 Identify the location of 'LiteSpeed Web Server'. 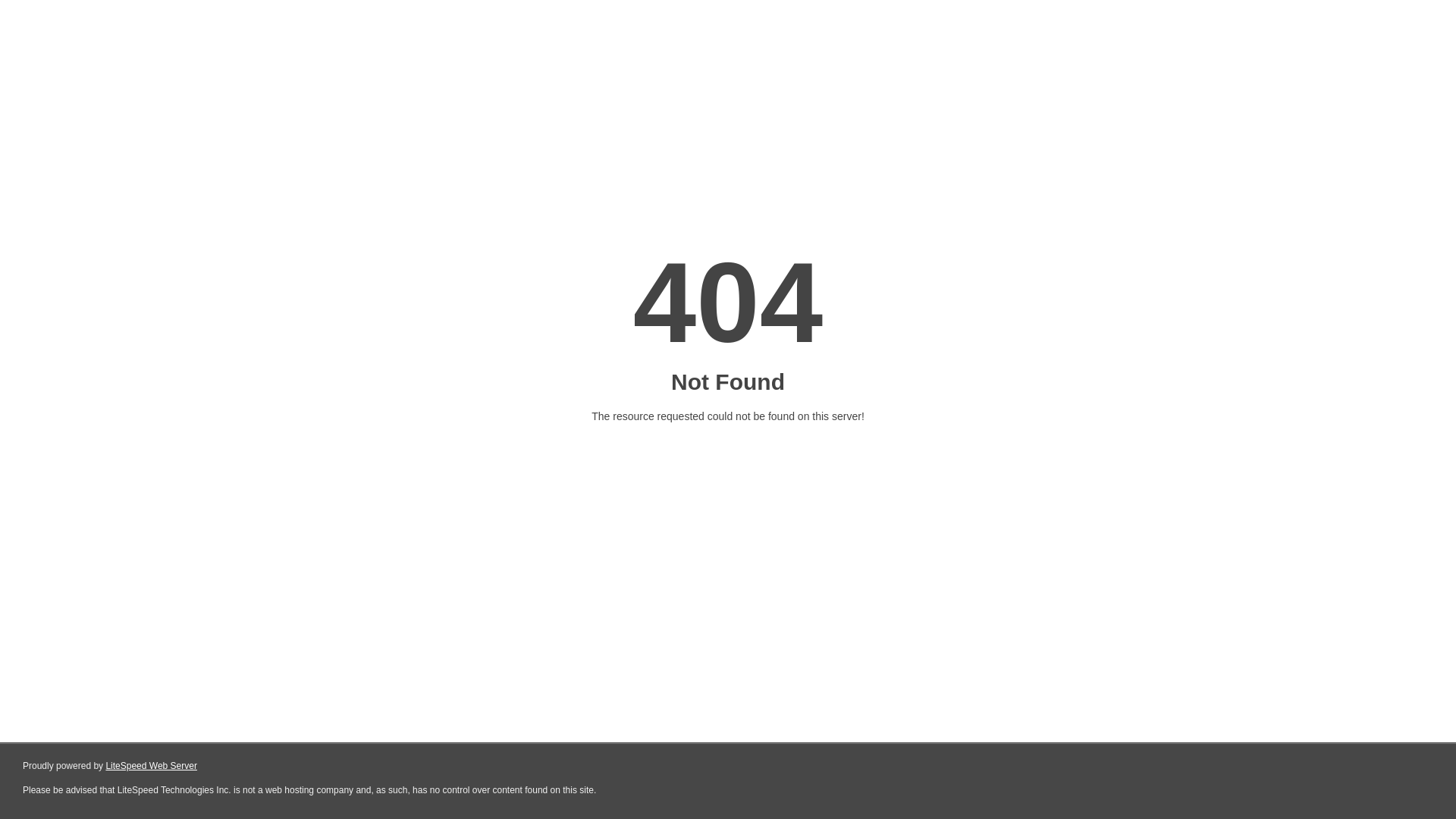
(151, 766).